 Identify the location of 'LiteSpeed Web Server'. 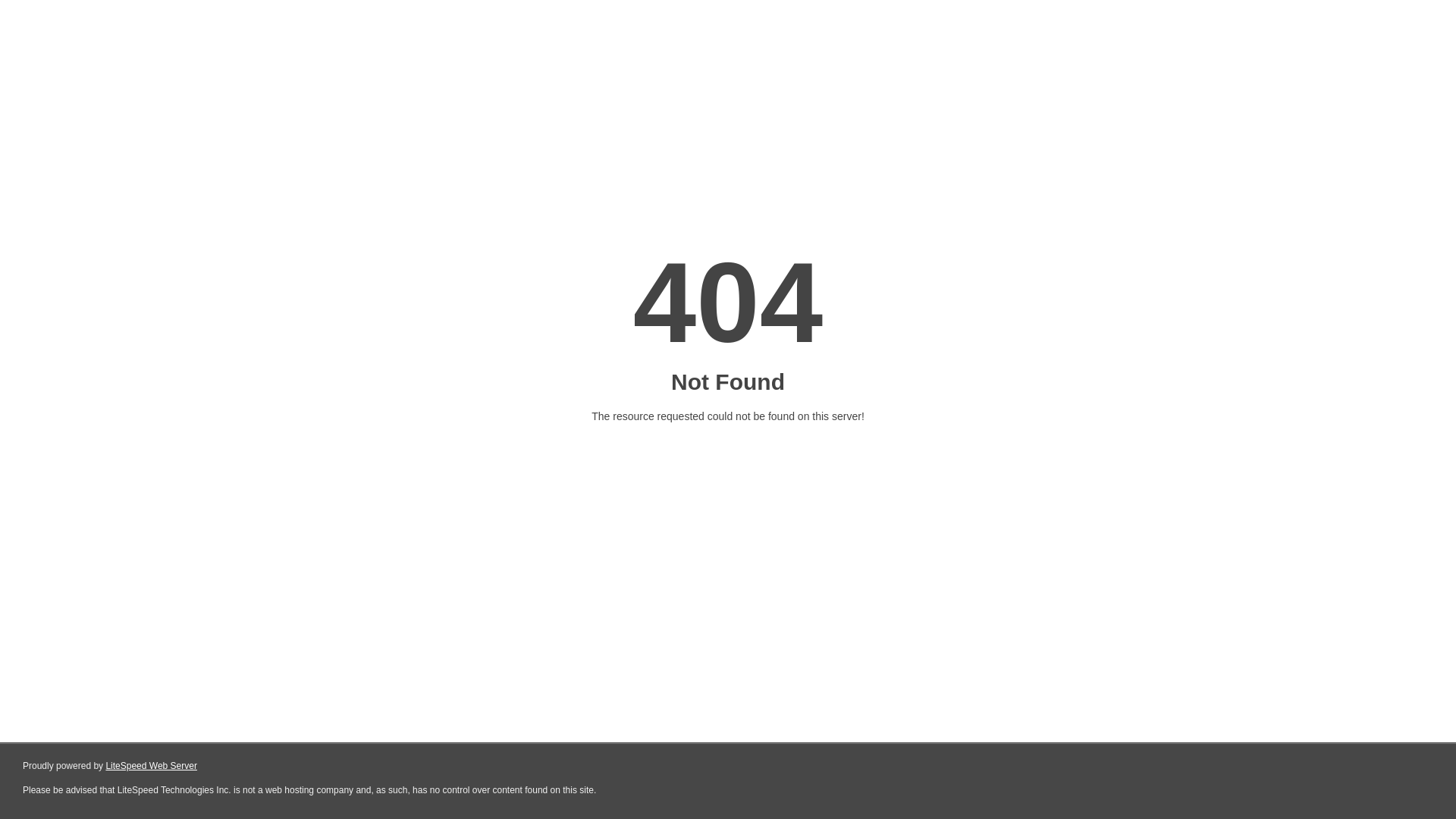
(151, 766).